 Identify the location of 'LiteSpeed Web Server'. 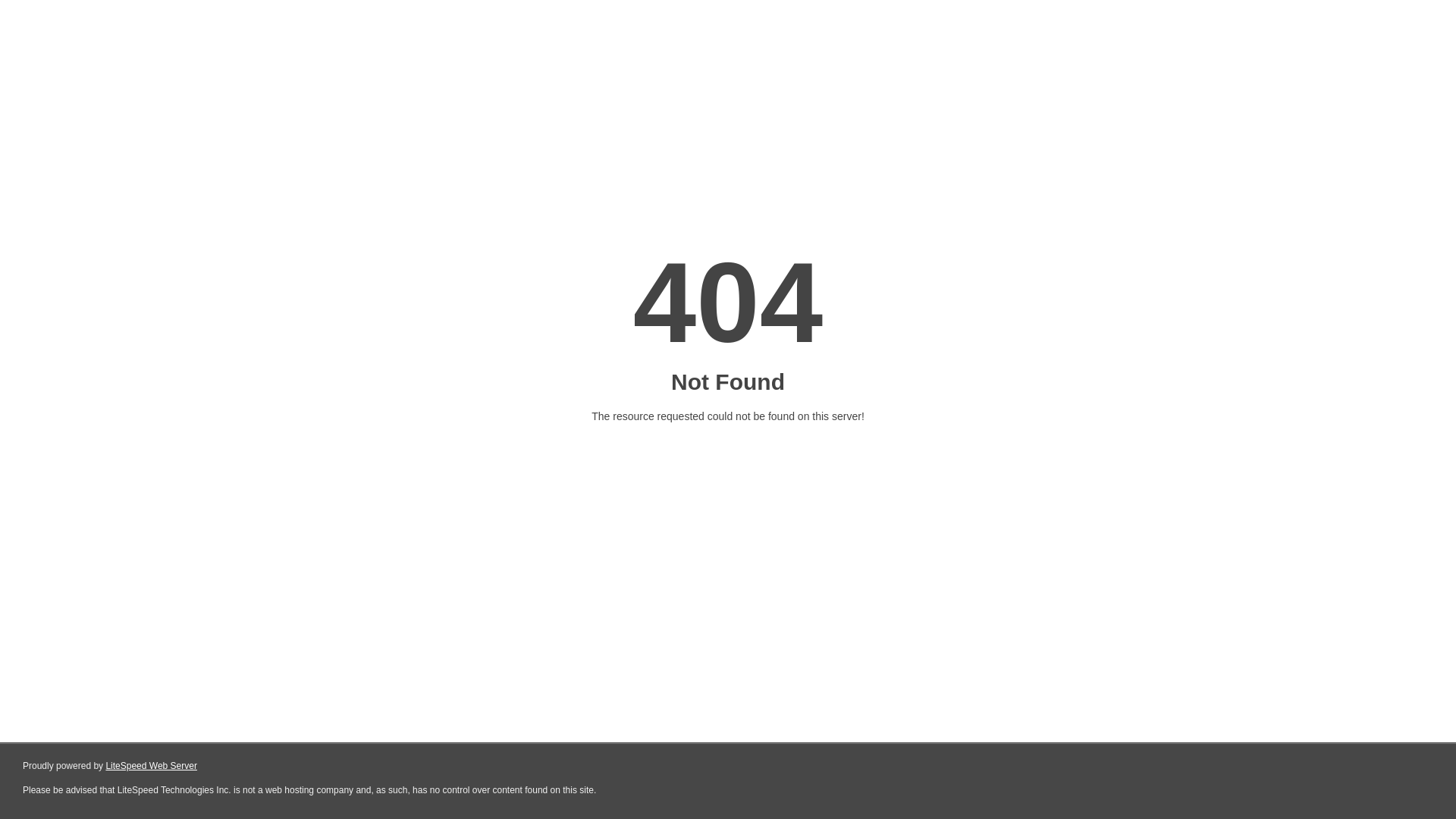
(151, 766).